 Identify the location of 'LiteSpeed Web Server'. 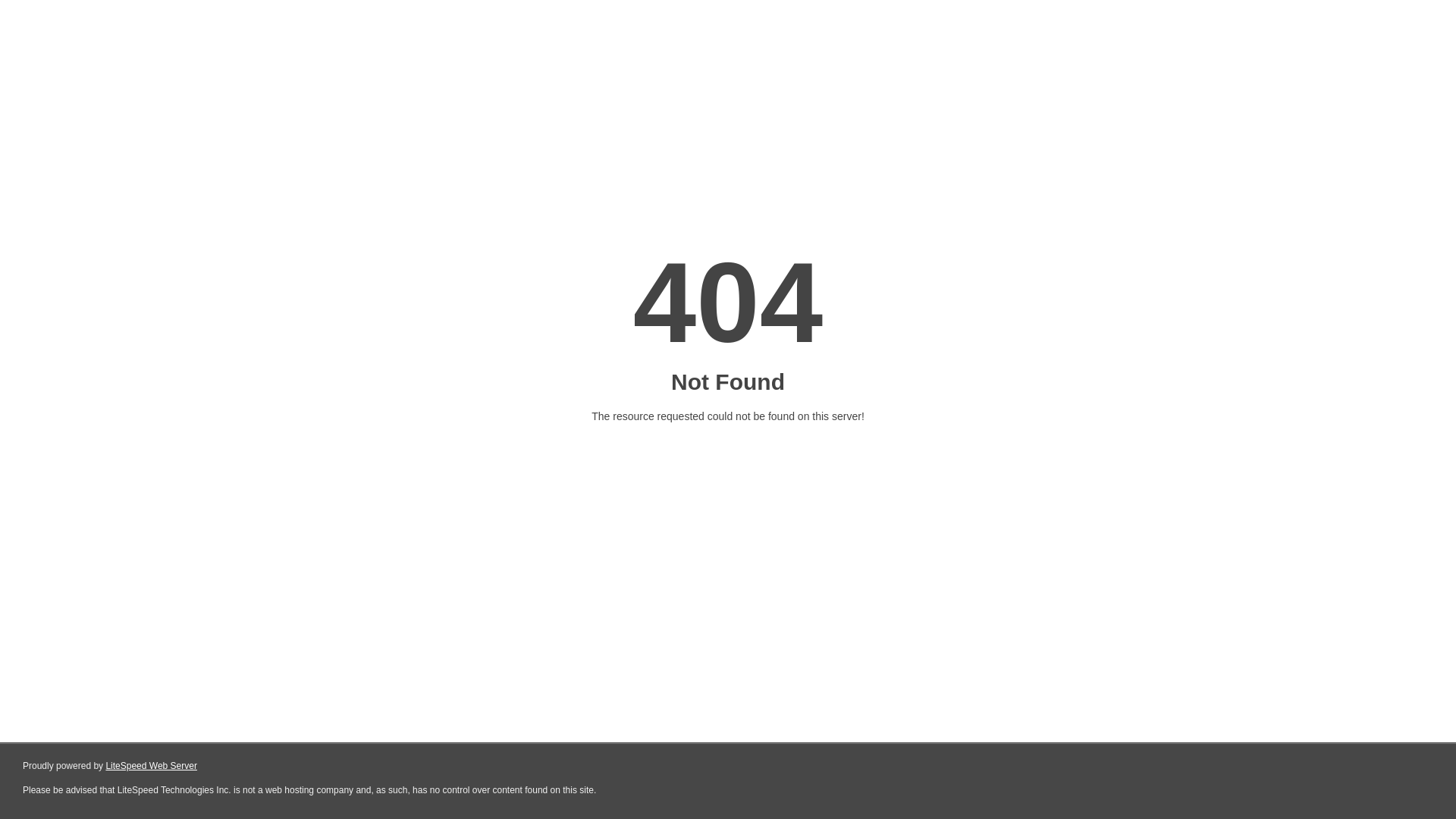
(151, 766).